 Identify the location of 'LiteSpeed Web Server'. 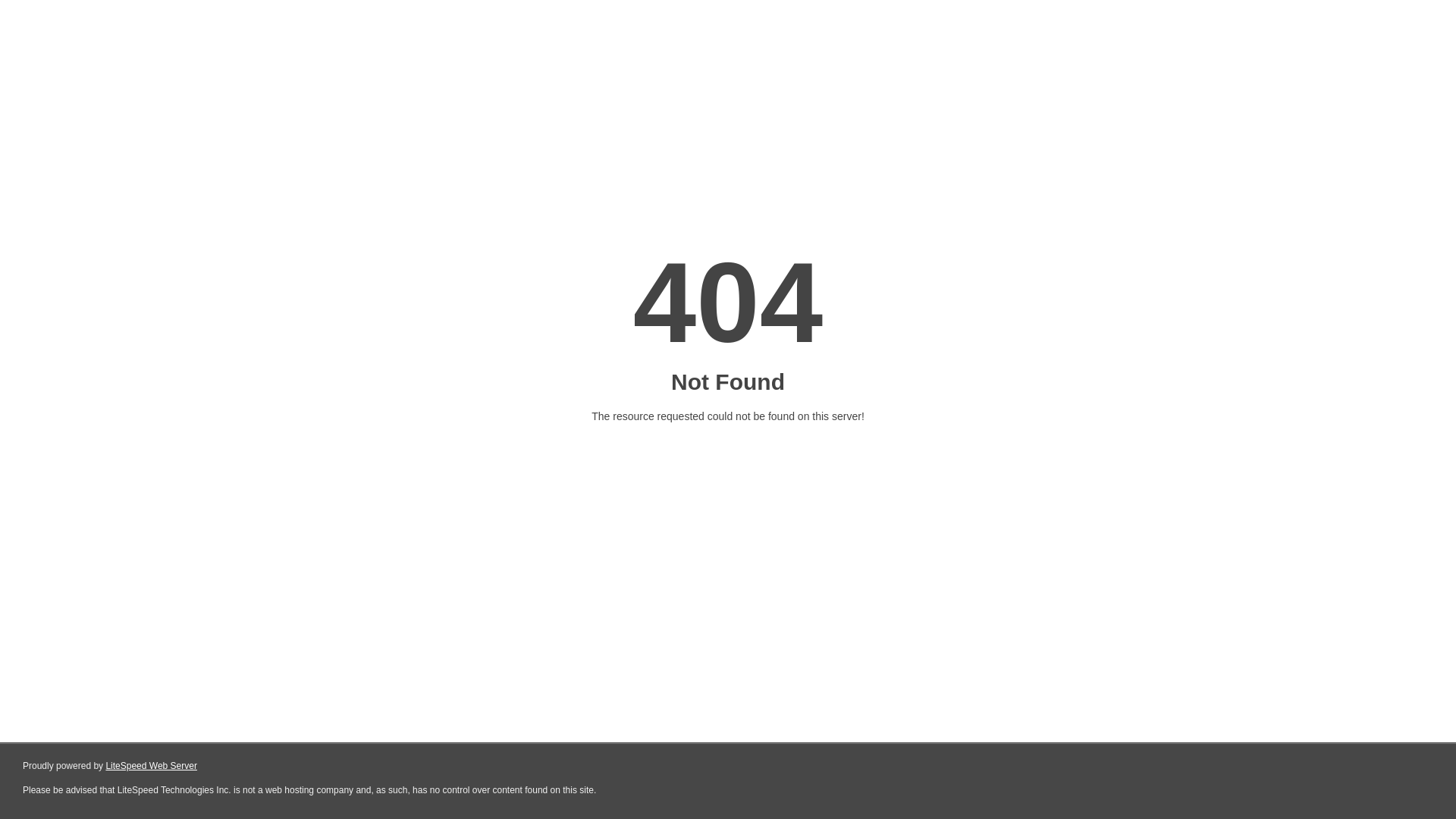
(151, 766).